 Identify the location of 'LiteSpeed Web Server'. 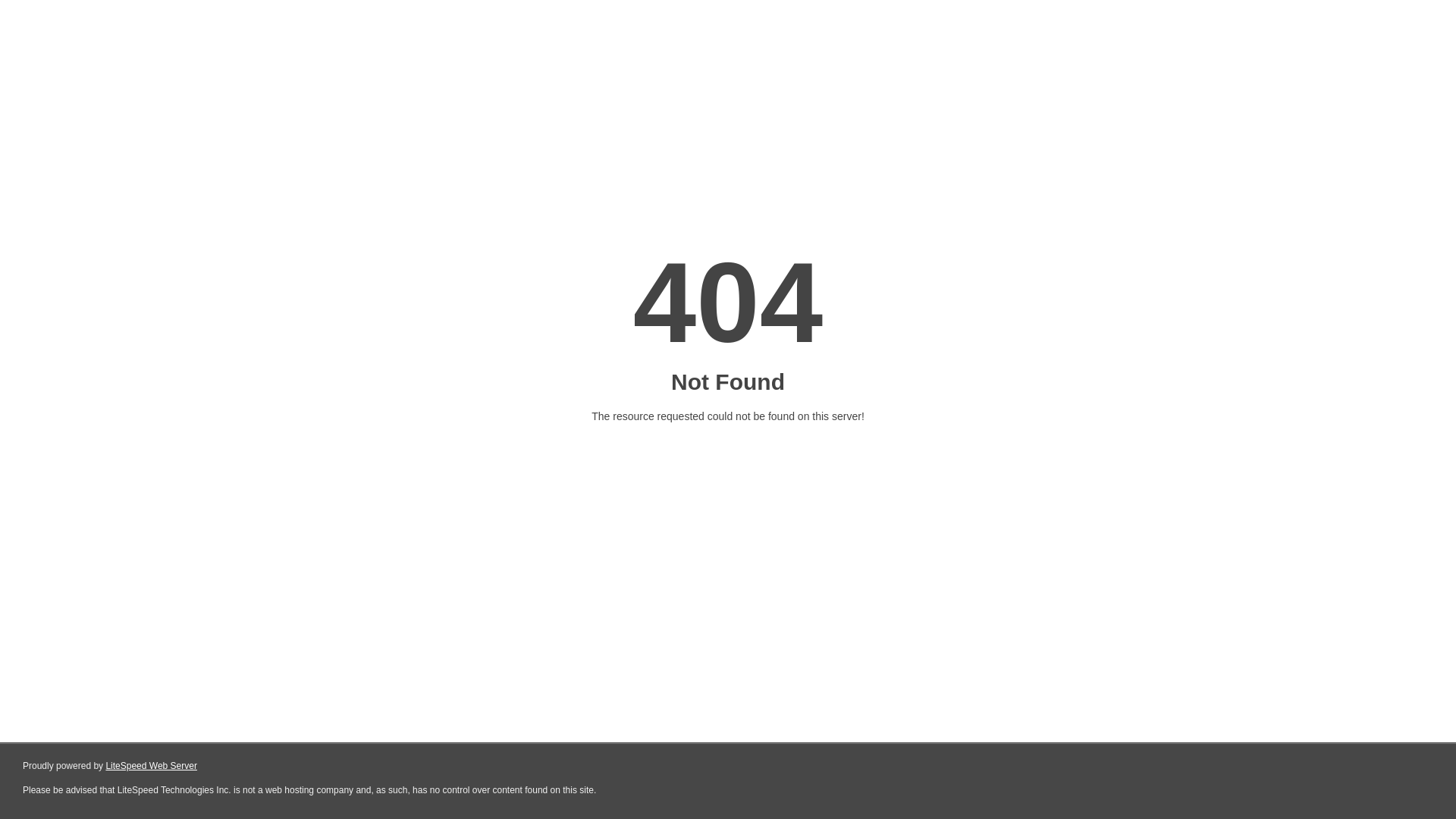
(151, 766).